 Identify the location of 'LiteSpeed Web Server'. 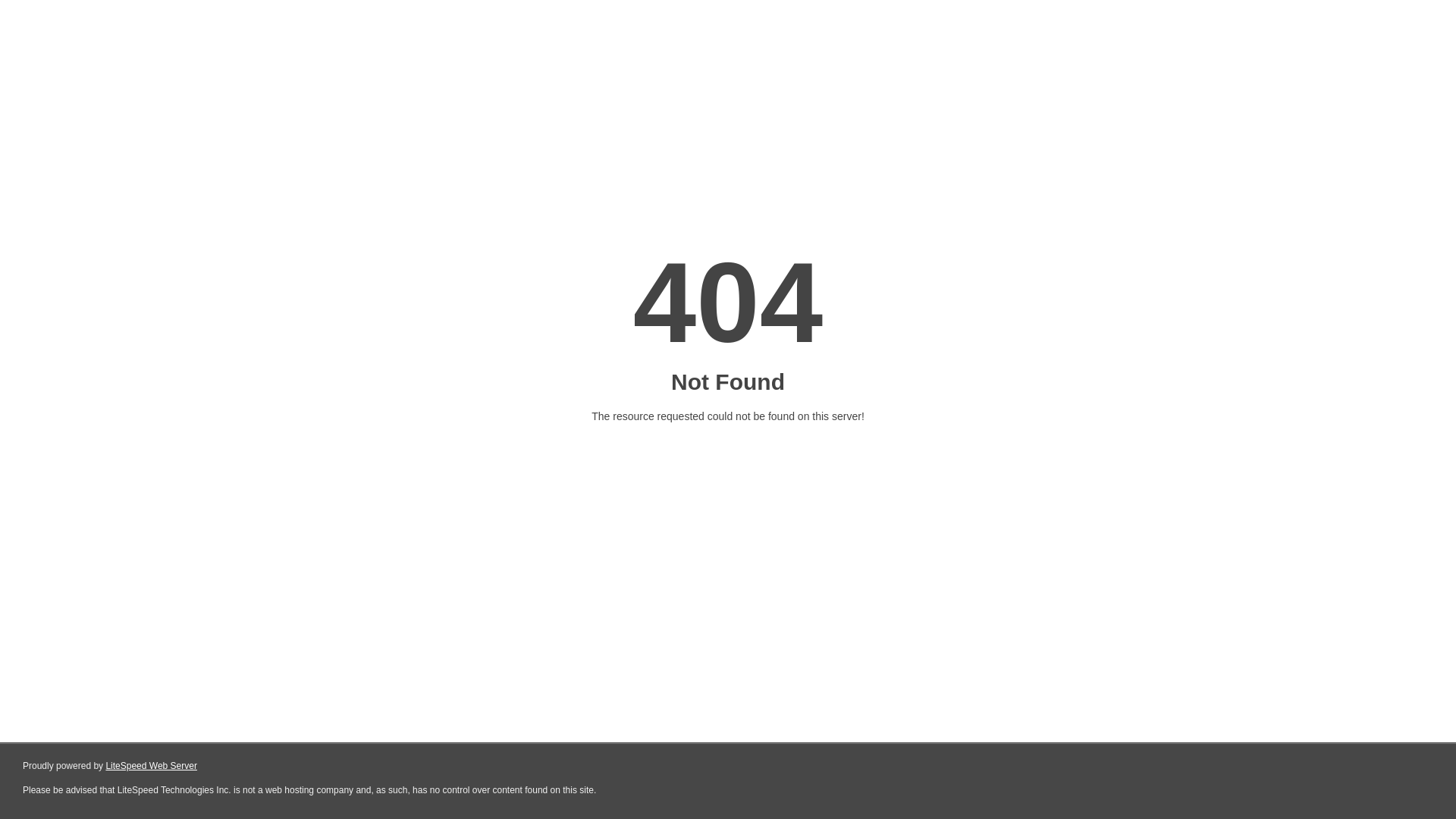
(151, 766).